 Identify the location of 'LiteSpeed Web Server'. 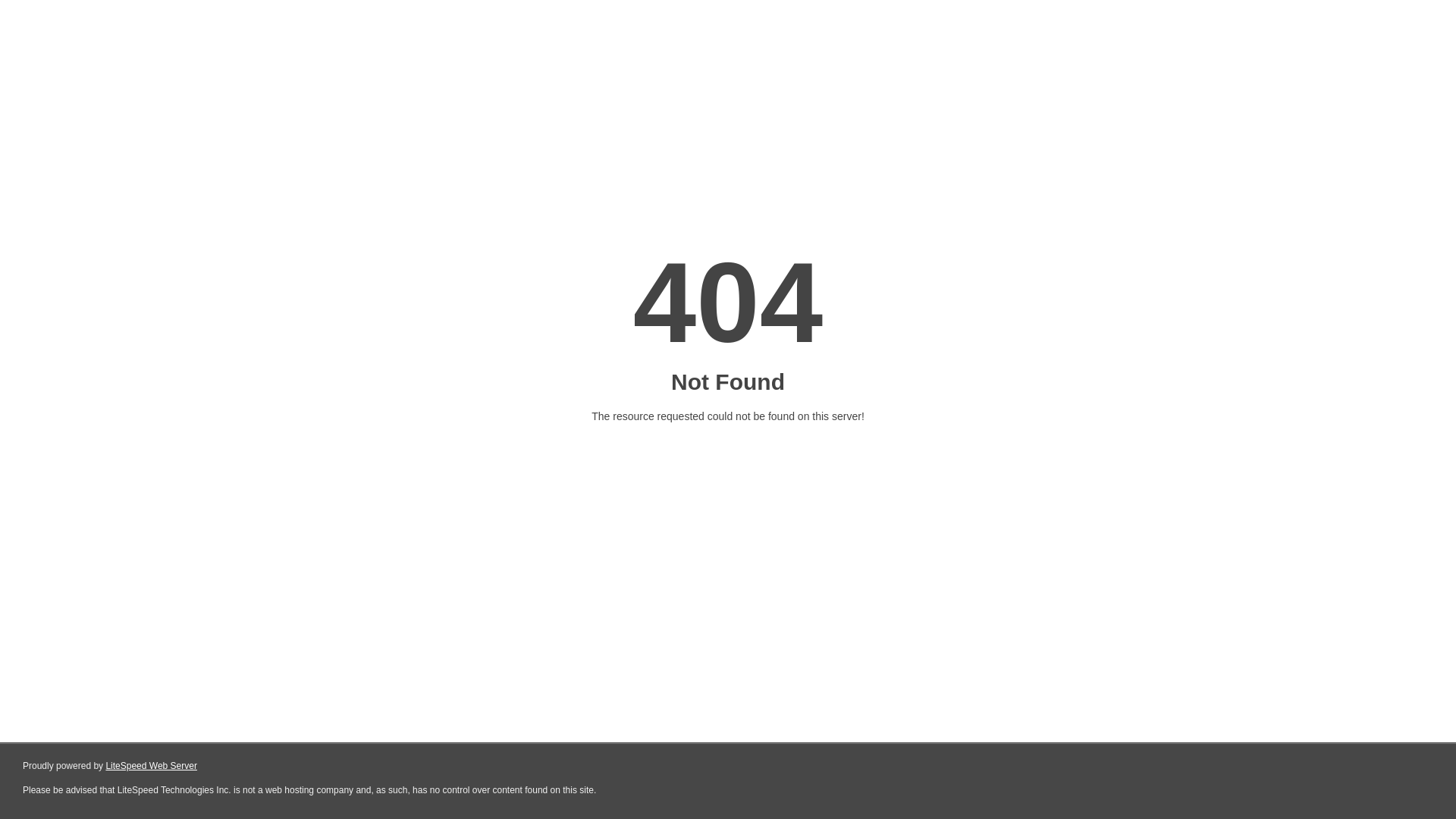
(151, 766).